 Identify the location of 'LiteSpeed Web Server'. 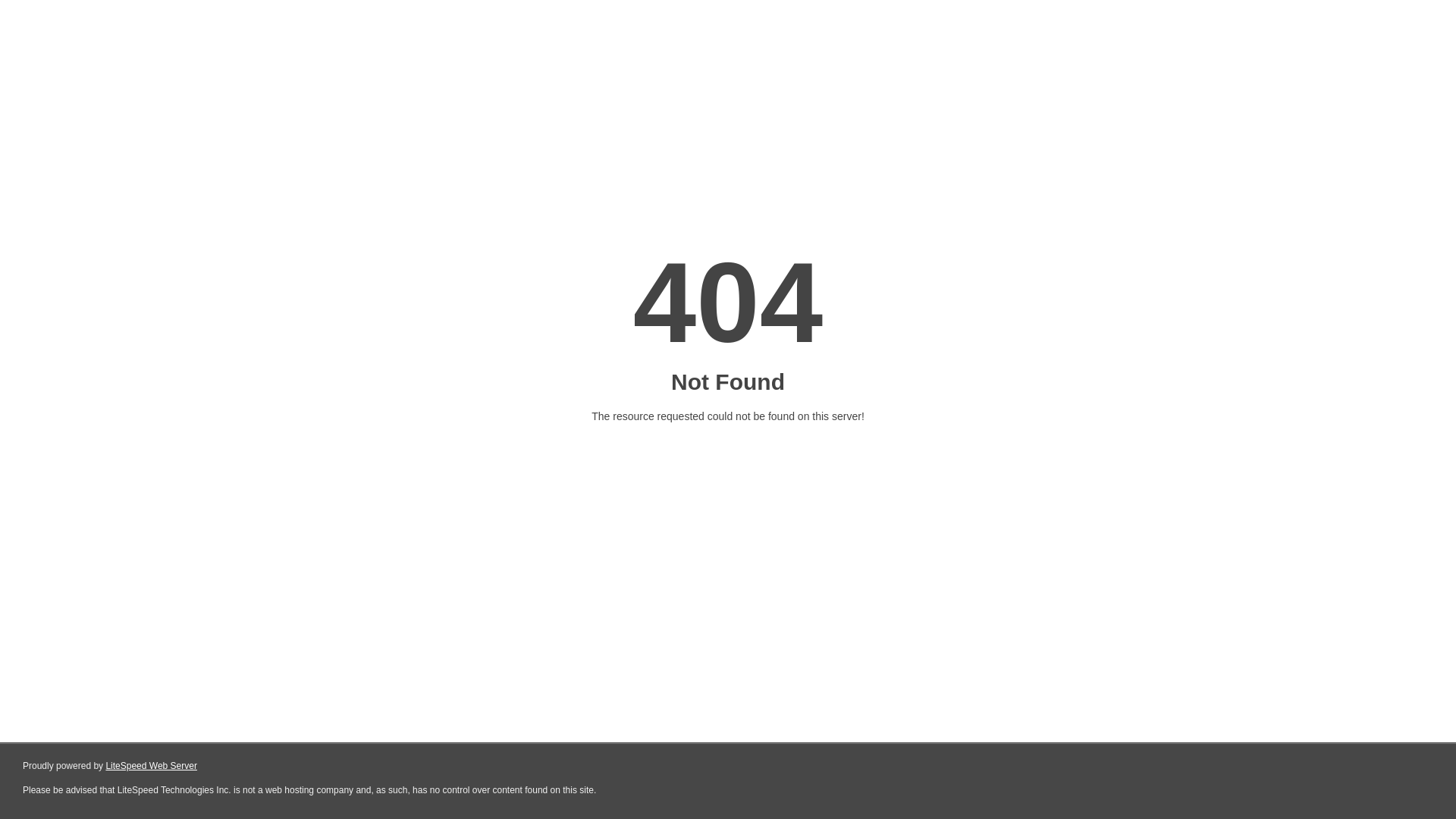
(151, 766).